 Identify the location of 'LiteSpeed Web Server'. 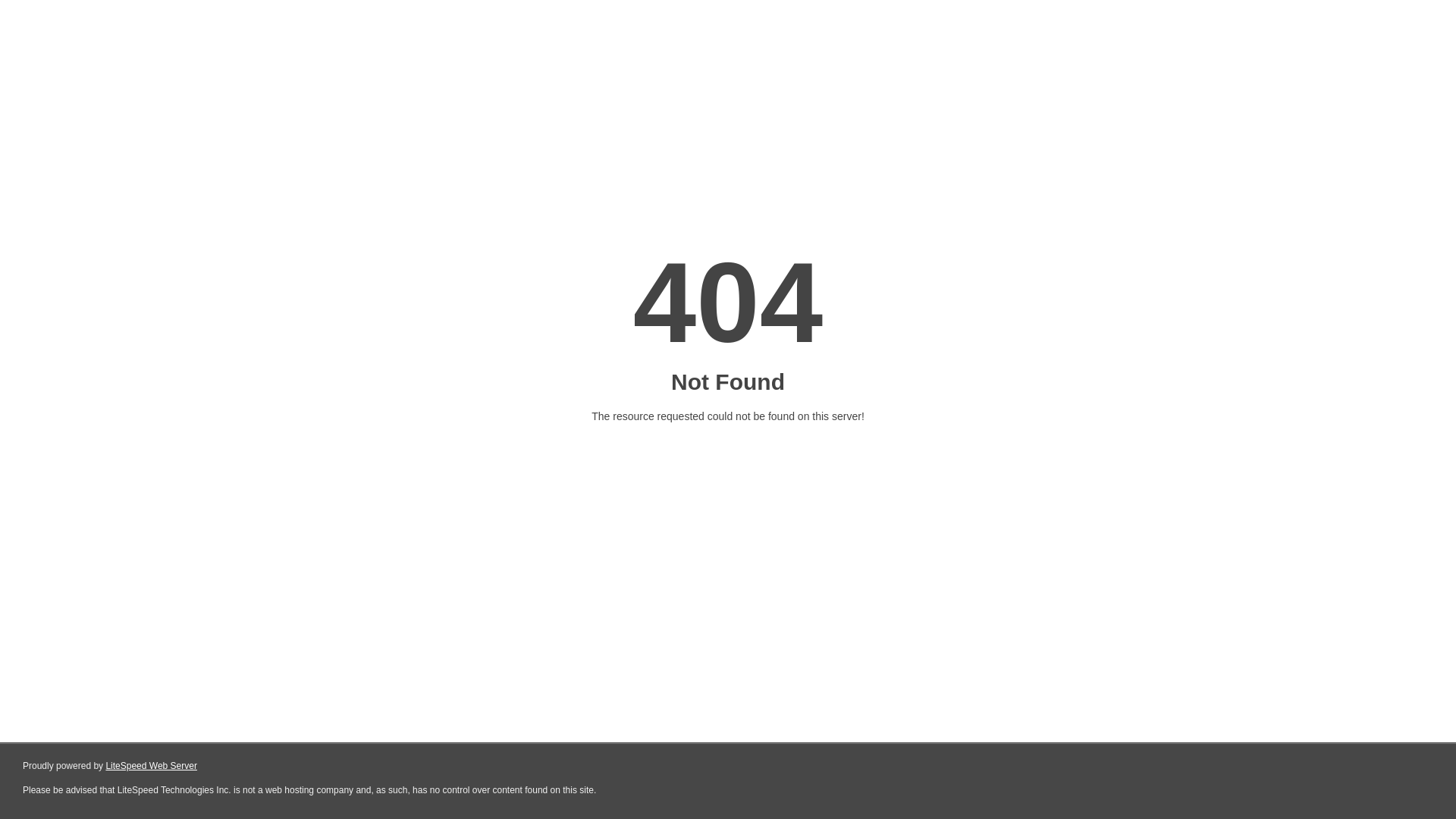
(151, 766).